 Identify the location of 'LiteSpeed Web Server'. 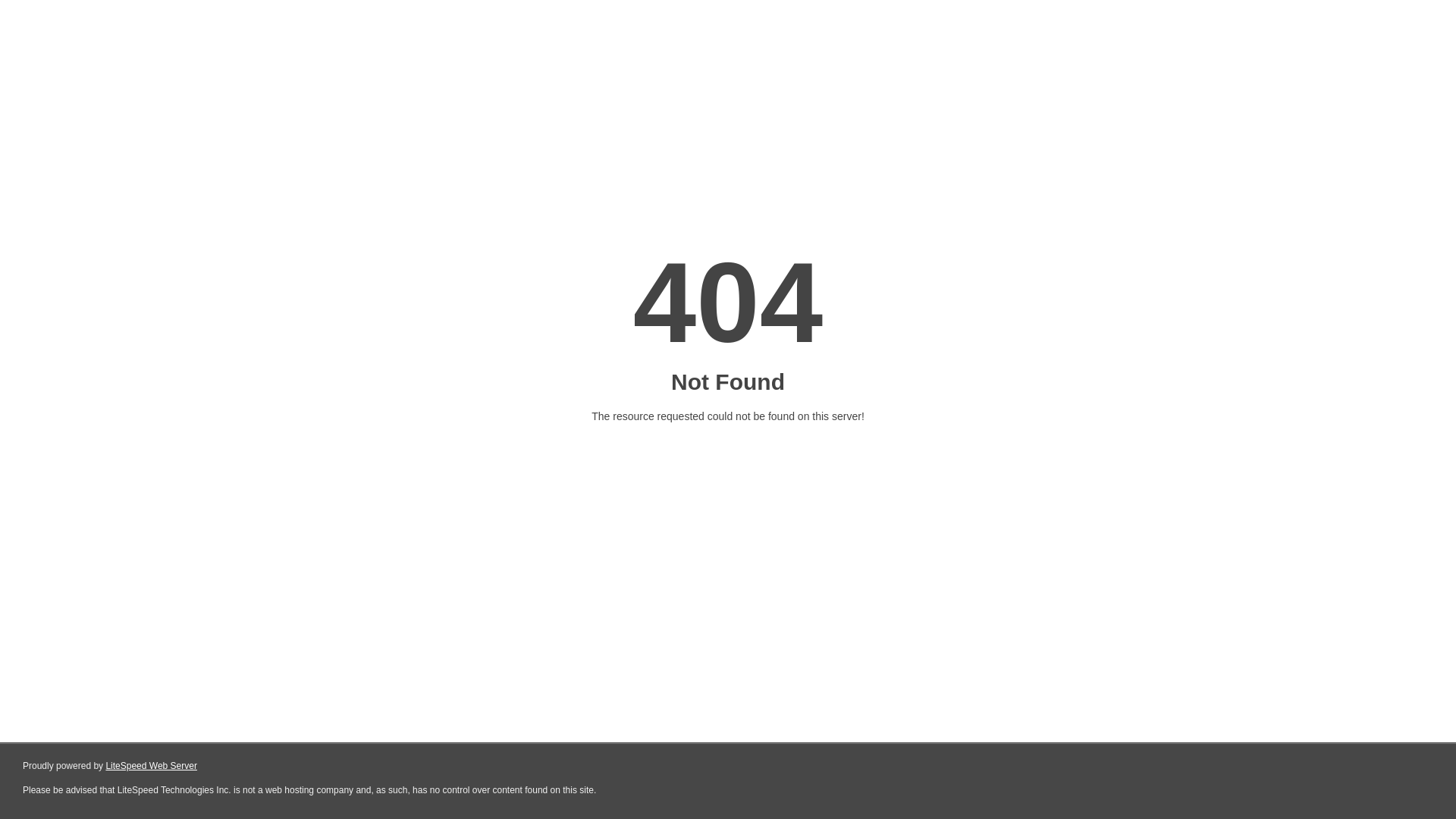
(151, 766).